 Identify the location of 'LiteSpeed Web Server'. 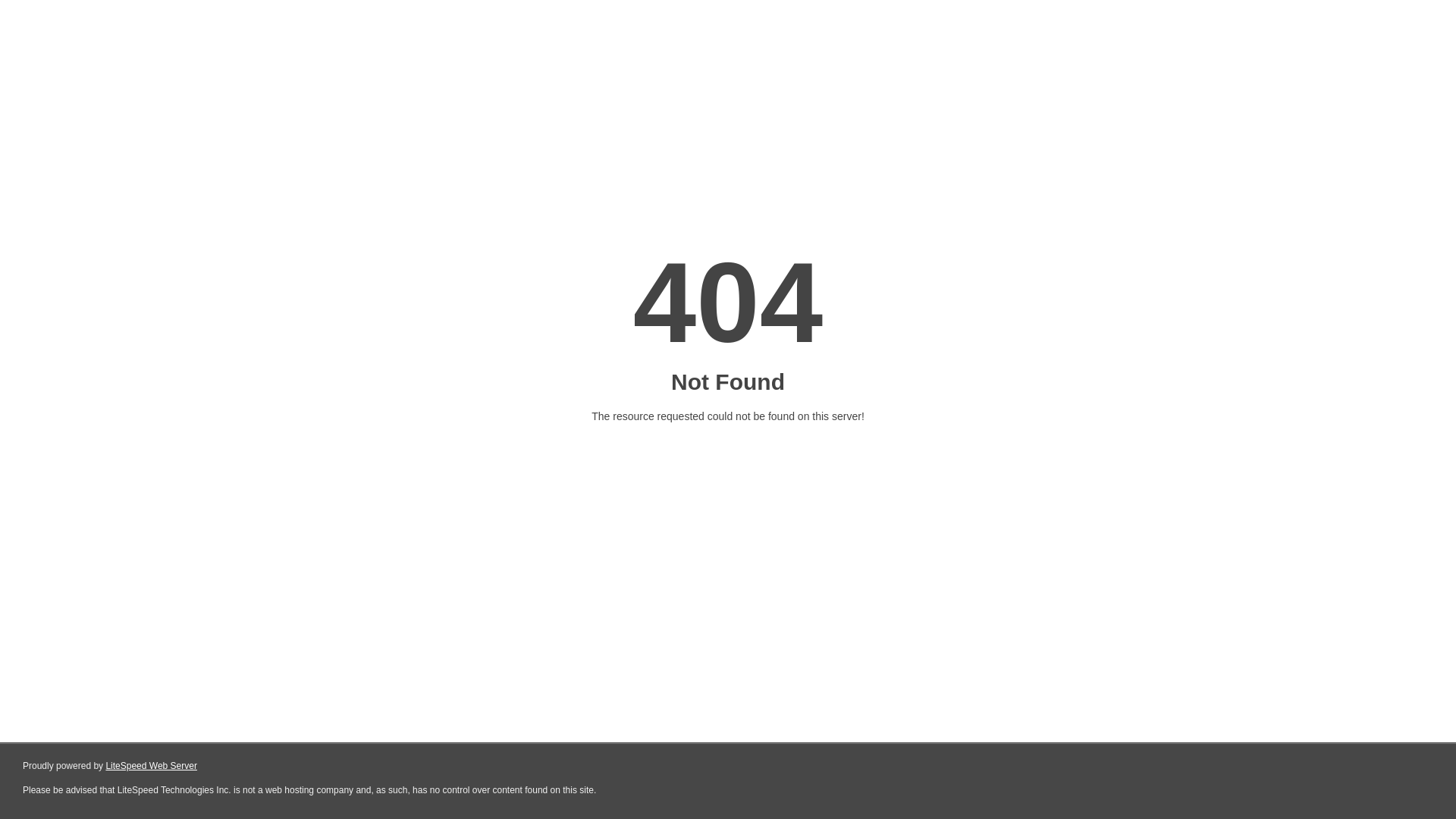
(151, 766).